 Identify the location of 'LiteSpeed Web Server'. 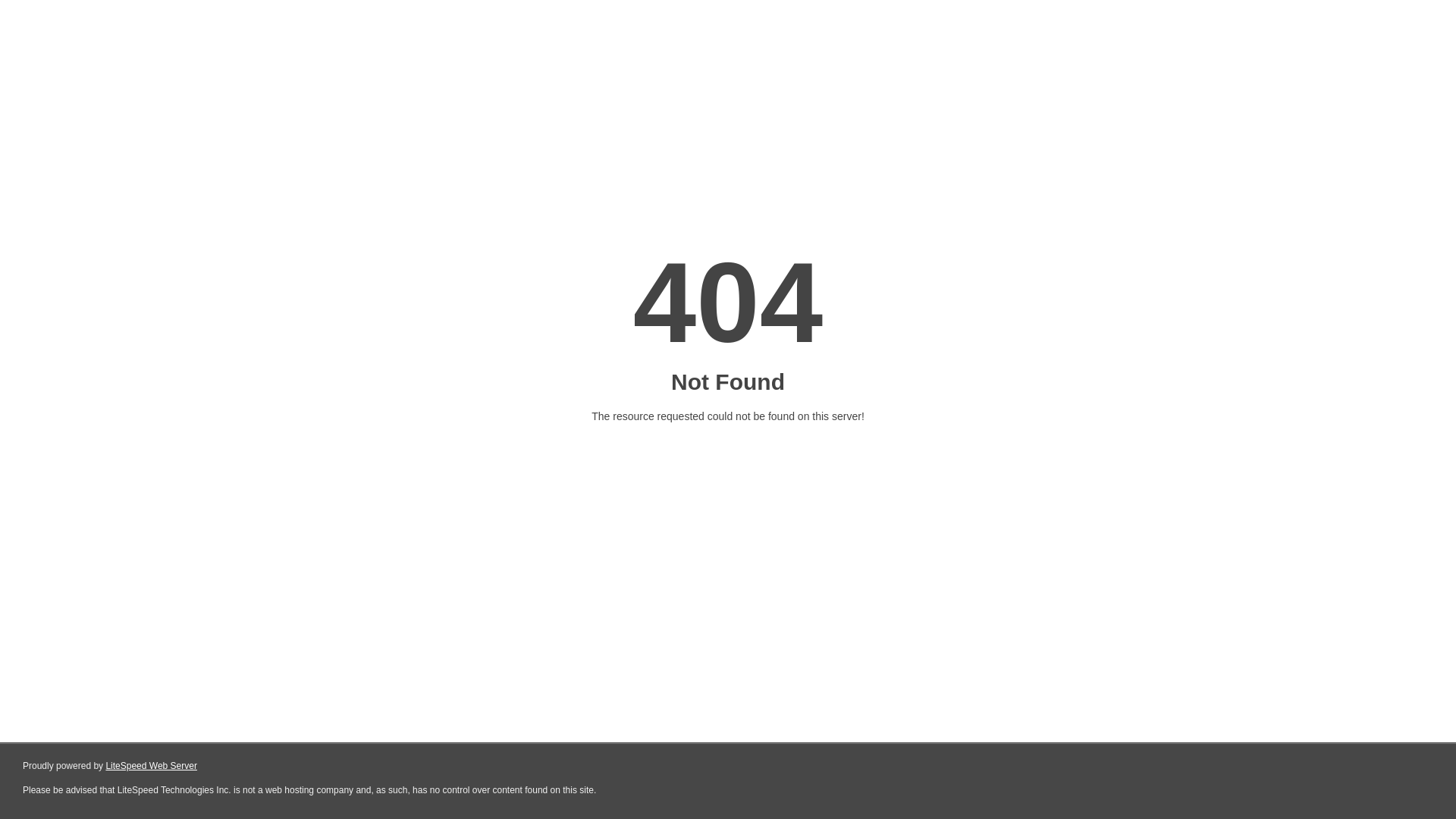
(151, 766).